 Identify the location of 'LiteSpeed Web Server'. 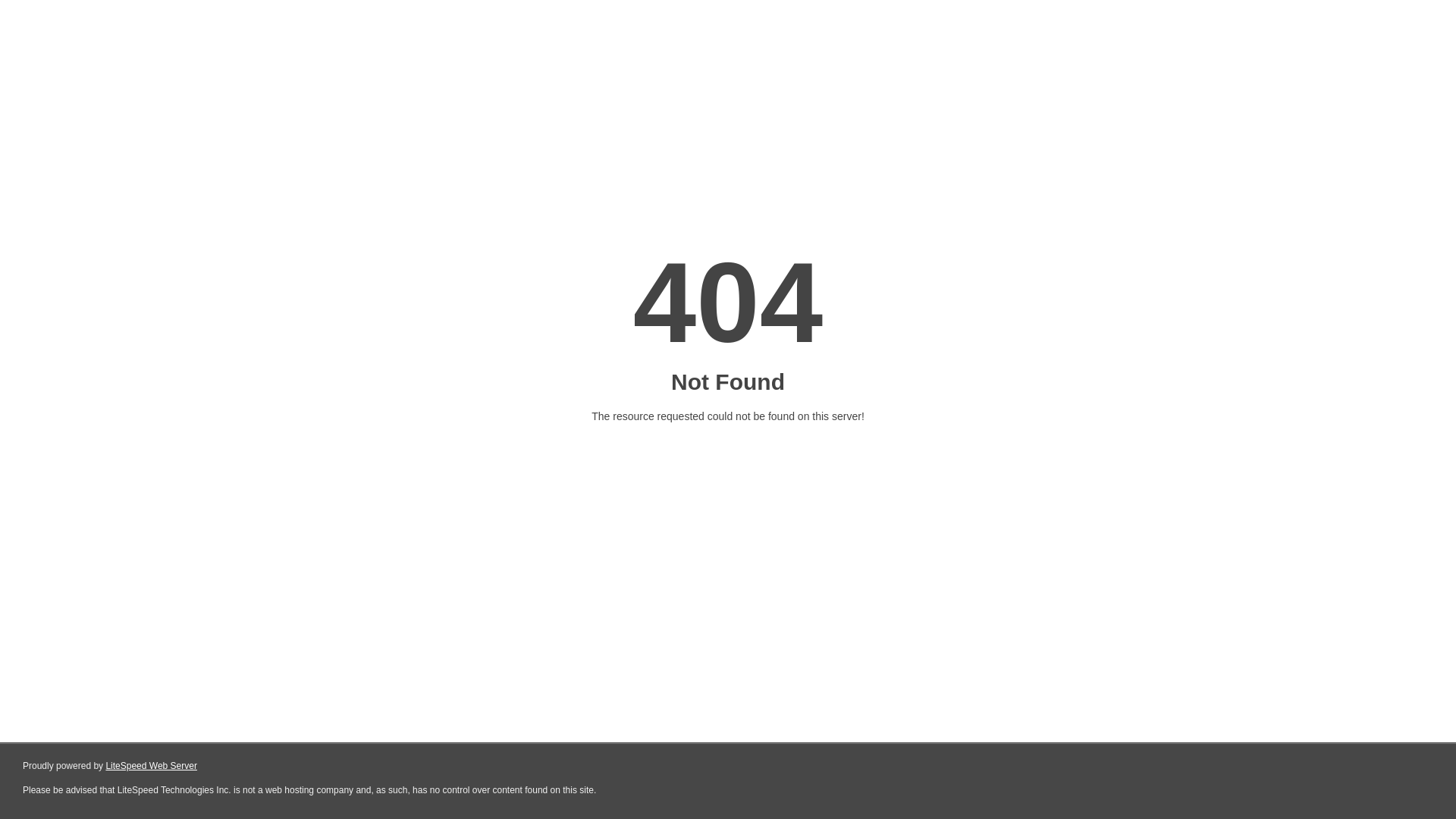
(151, 766).